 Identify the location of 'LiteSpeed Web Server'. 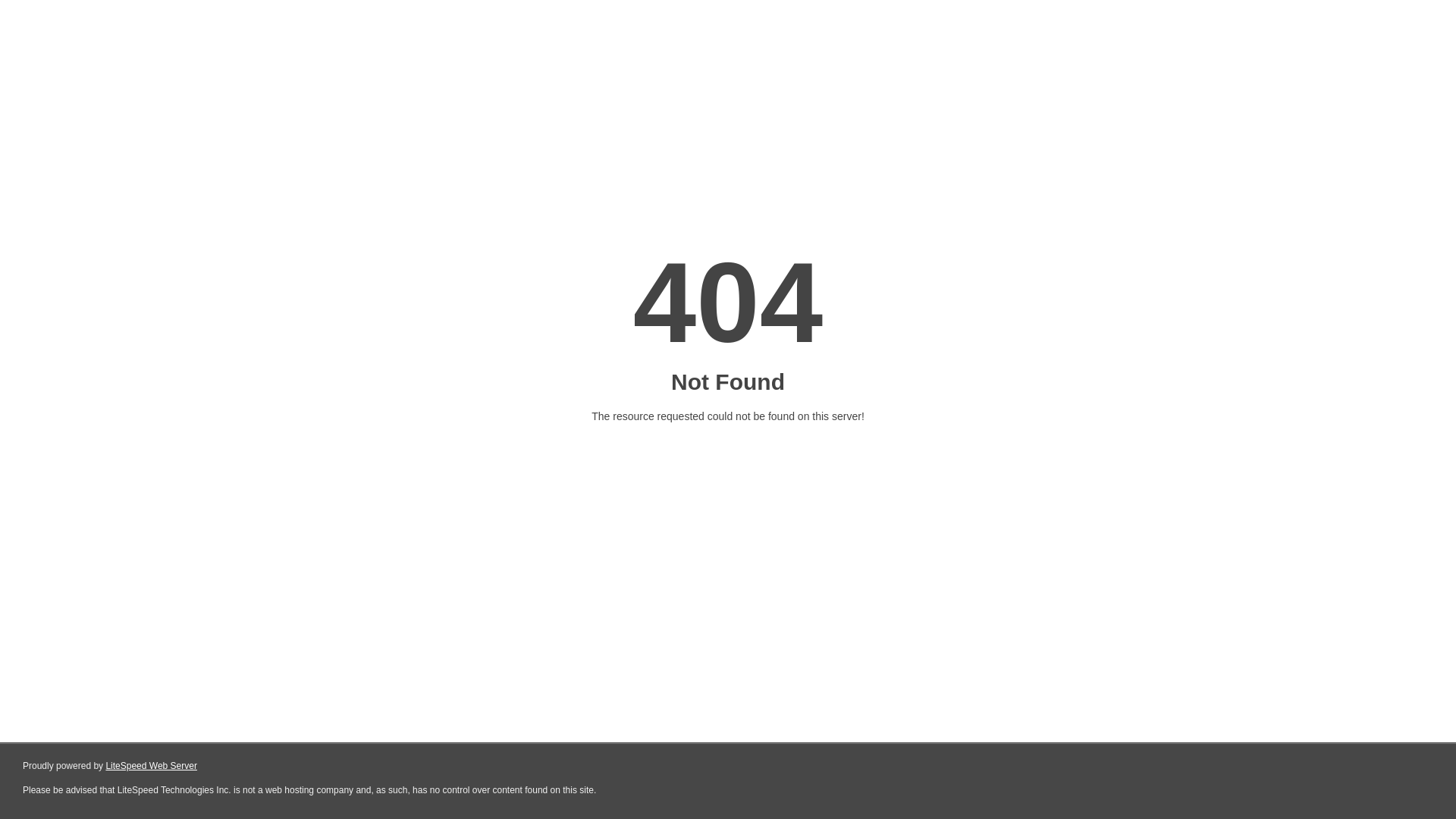
(151, 766).